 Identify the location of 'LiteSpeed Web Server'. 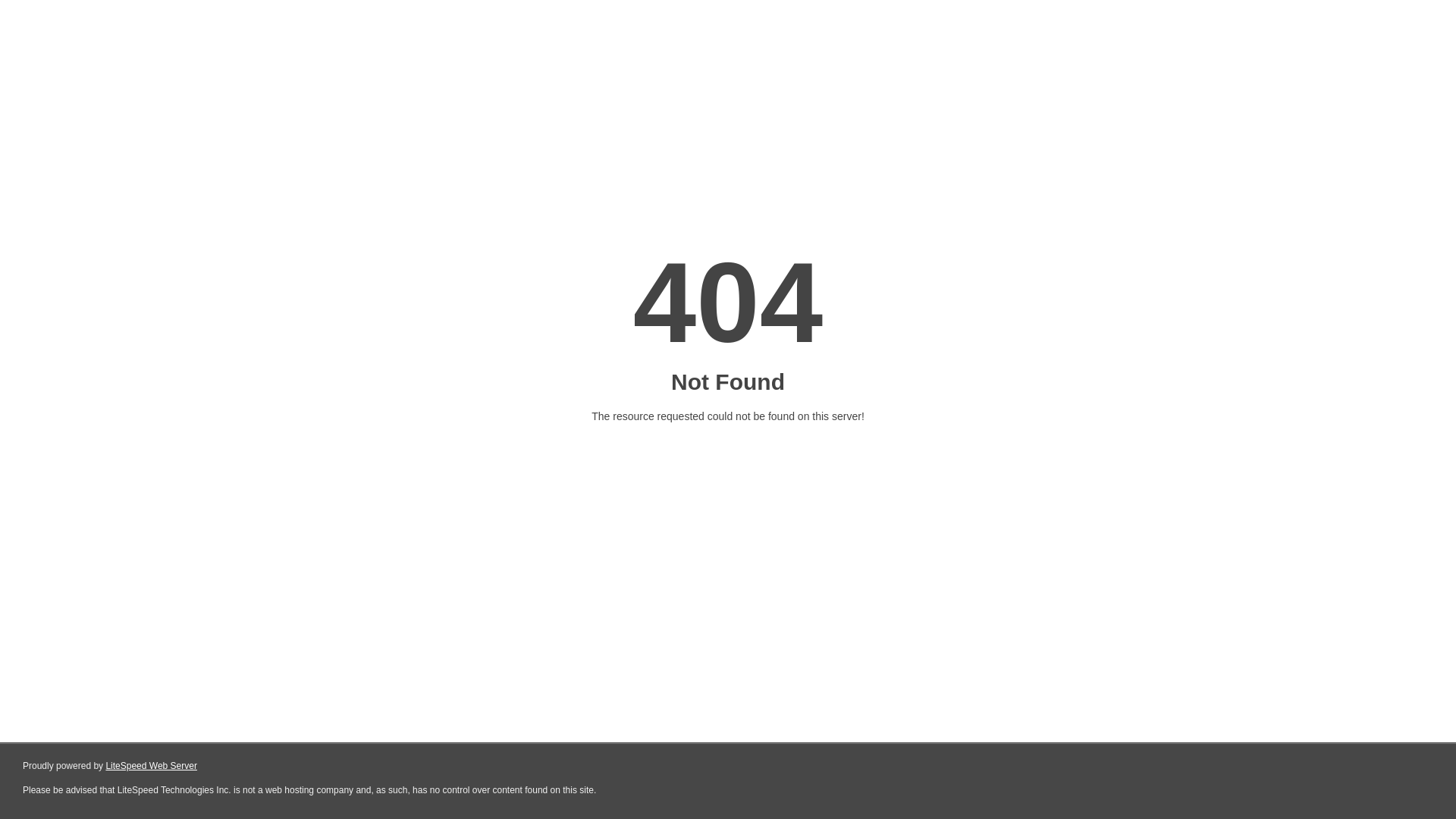
(151, 766).